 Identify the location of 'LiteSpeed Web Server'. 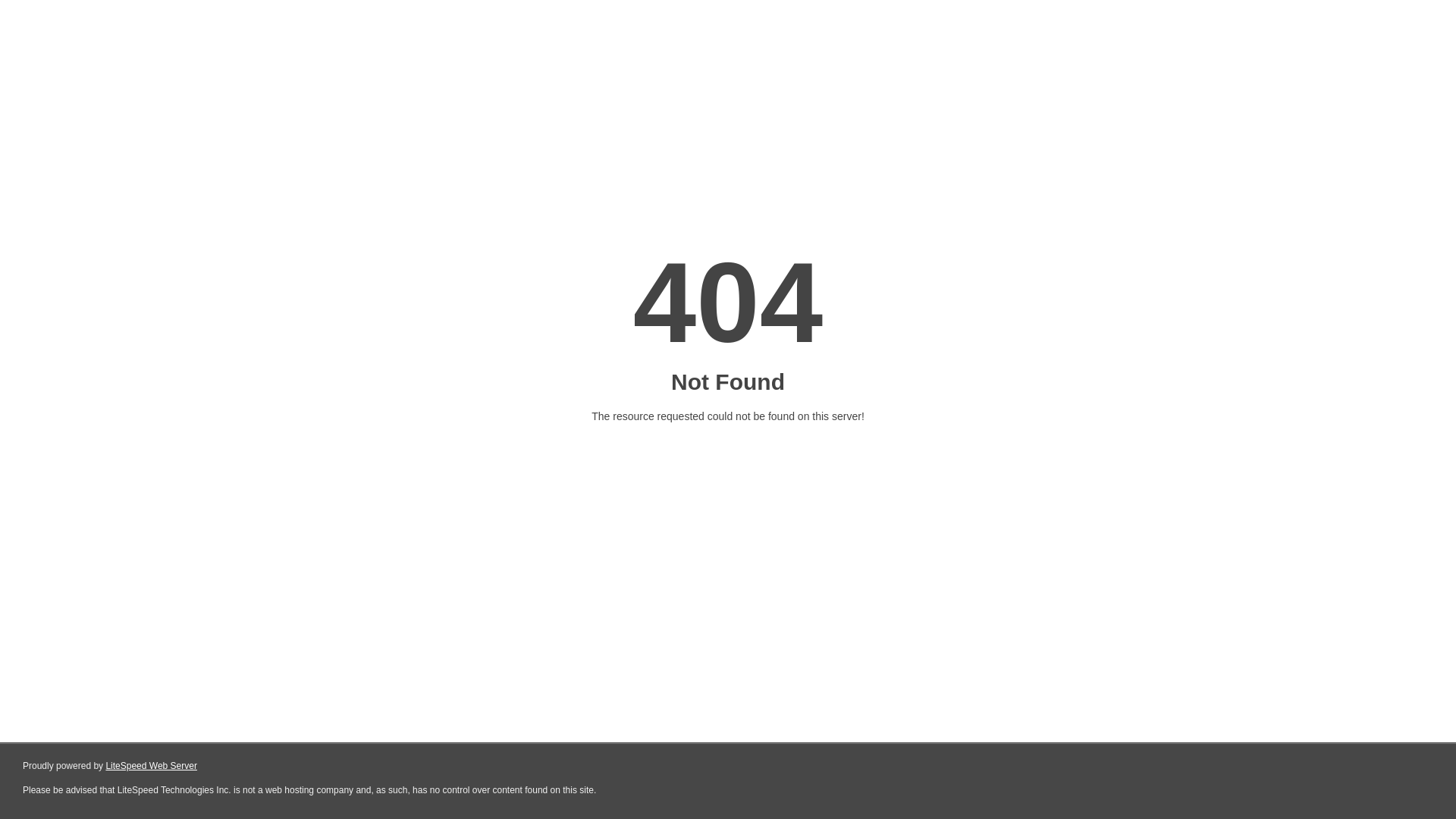
(151, 766).